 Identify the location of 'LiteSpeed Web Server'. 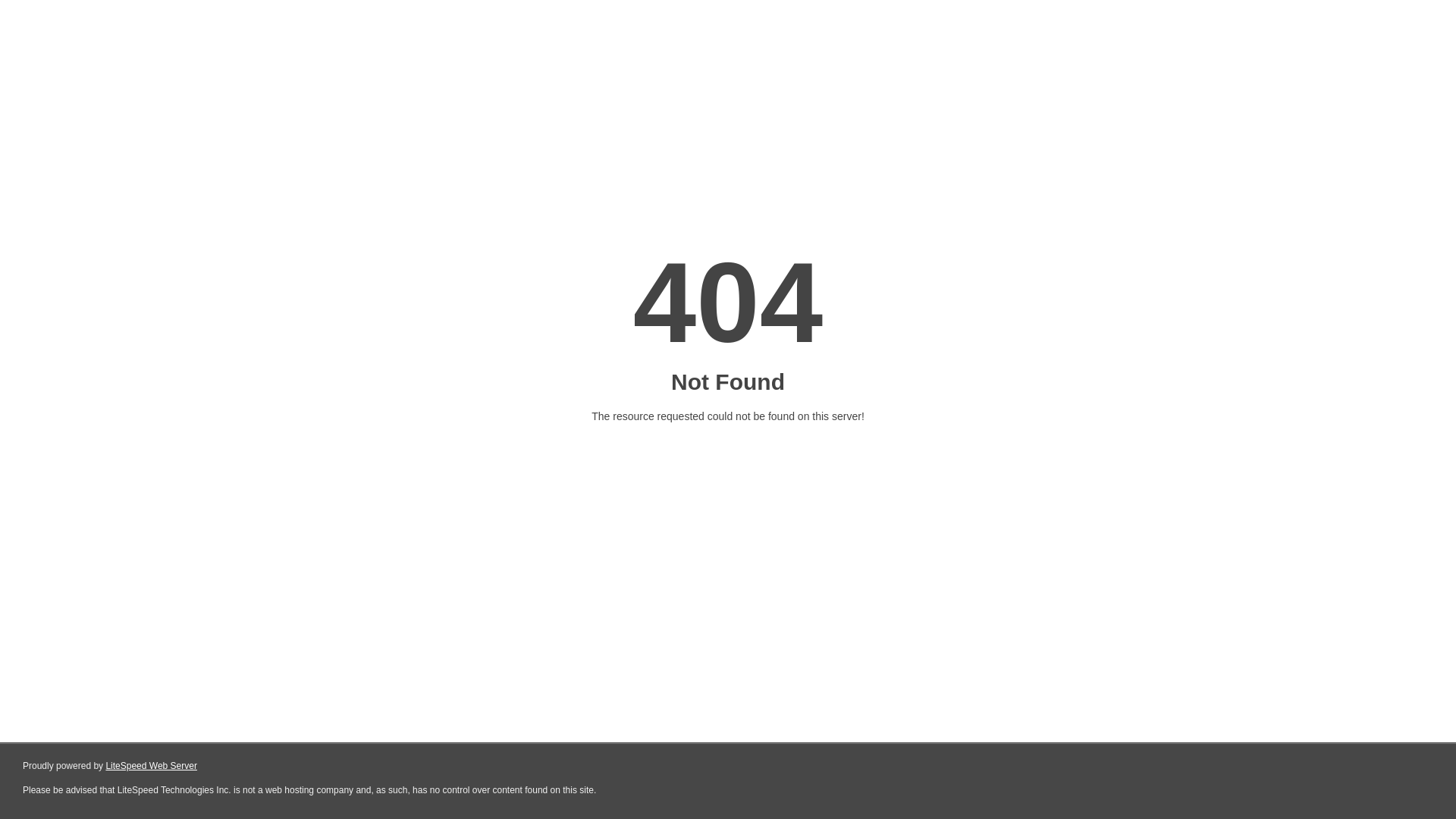
(151, 766).